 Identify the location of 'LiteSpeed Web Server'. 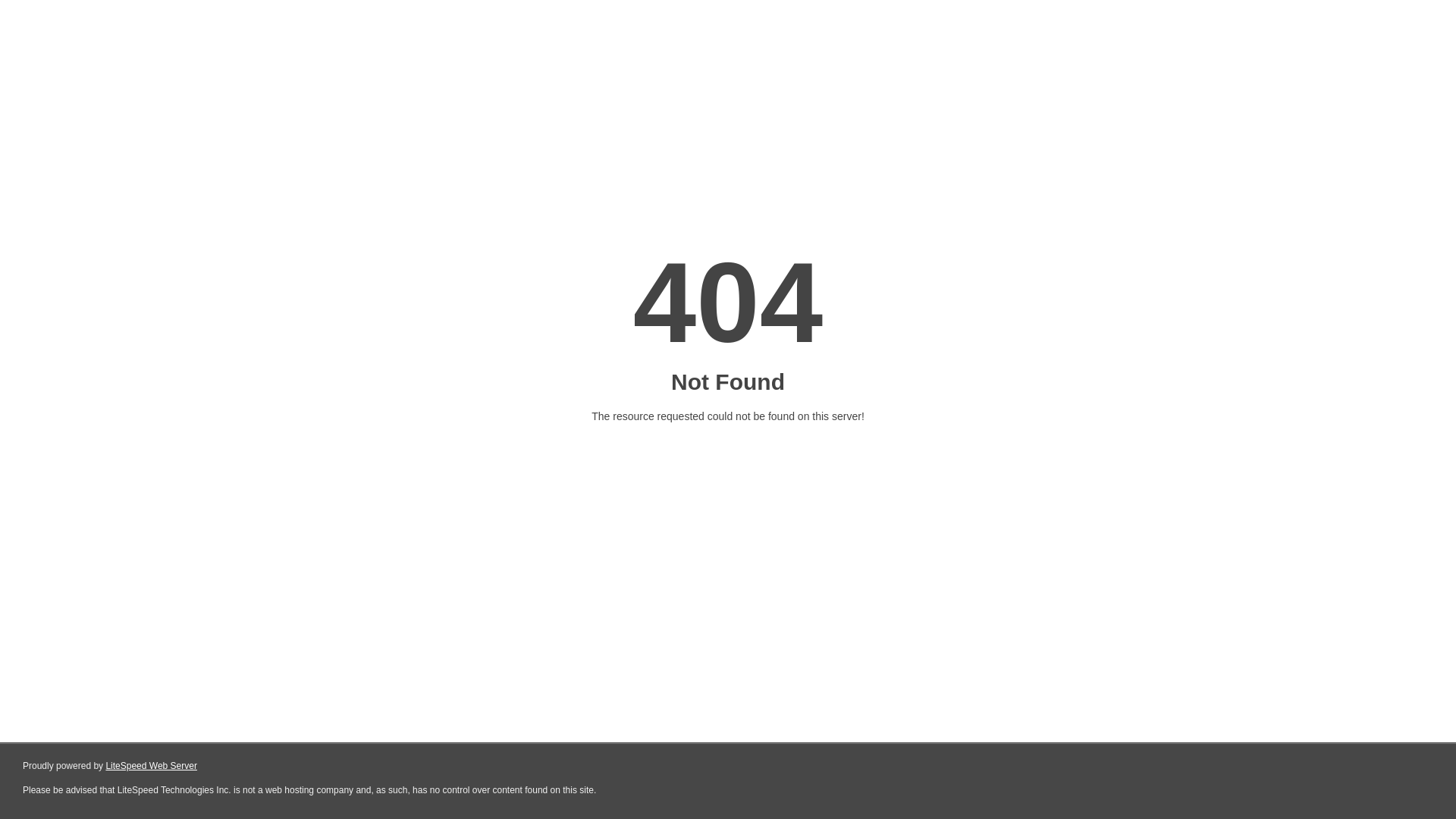
(151, 766).